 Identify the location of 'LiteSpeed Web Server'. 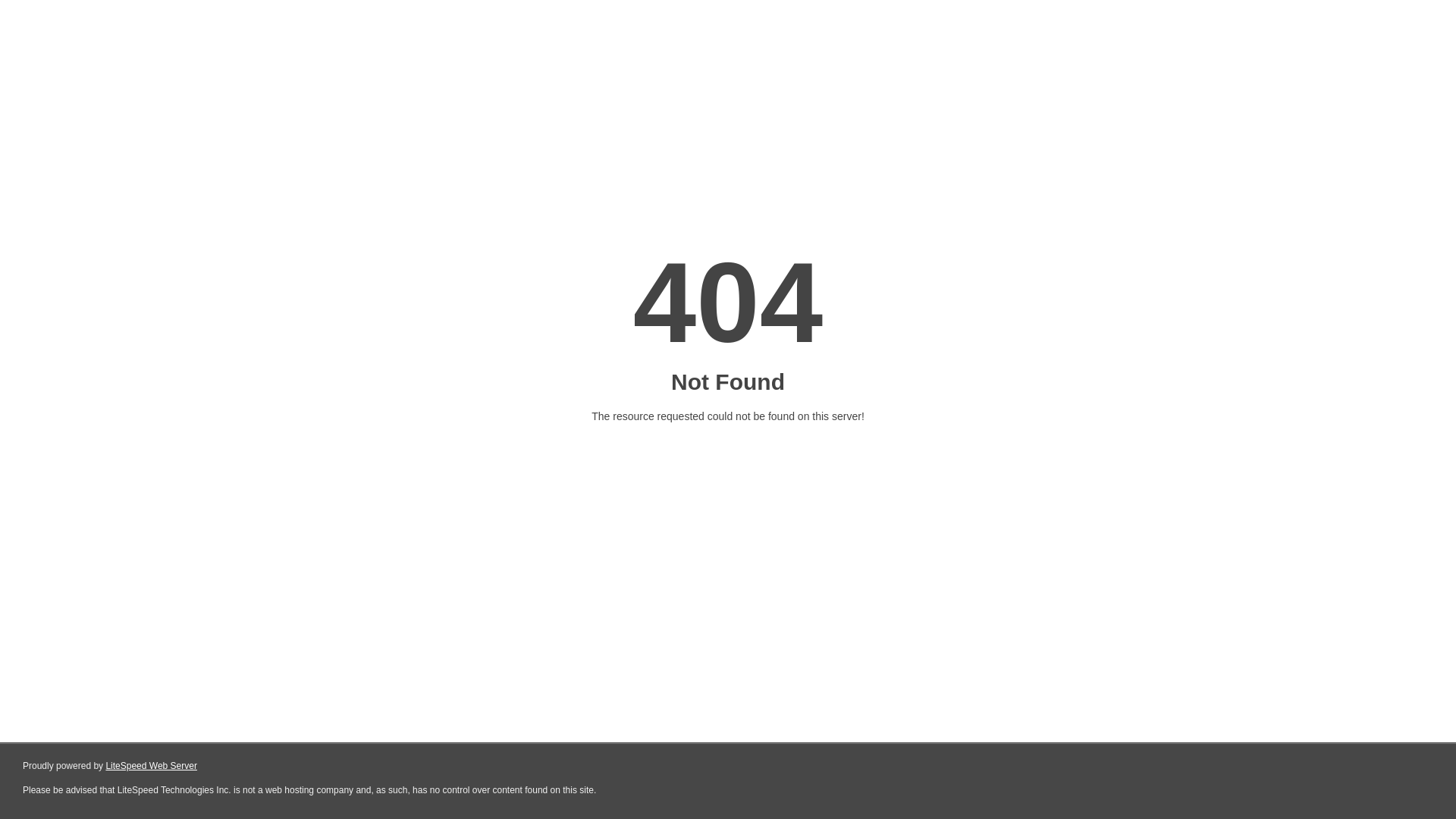
(151, 766).